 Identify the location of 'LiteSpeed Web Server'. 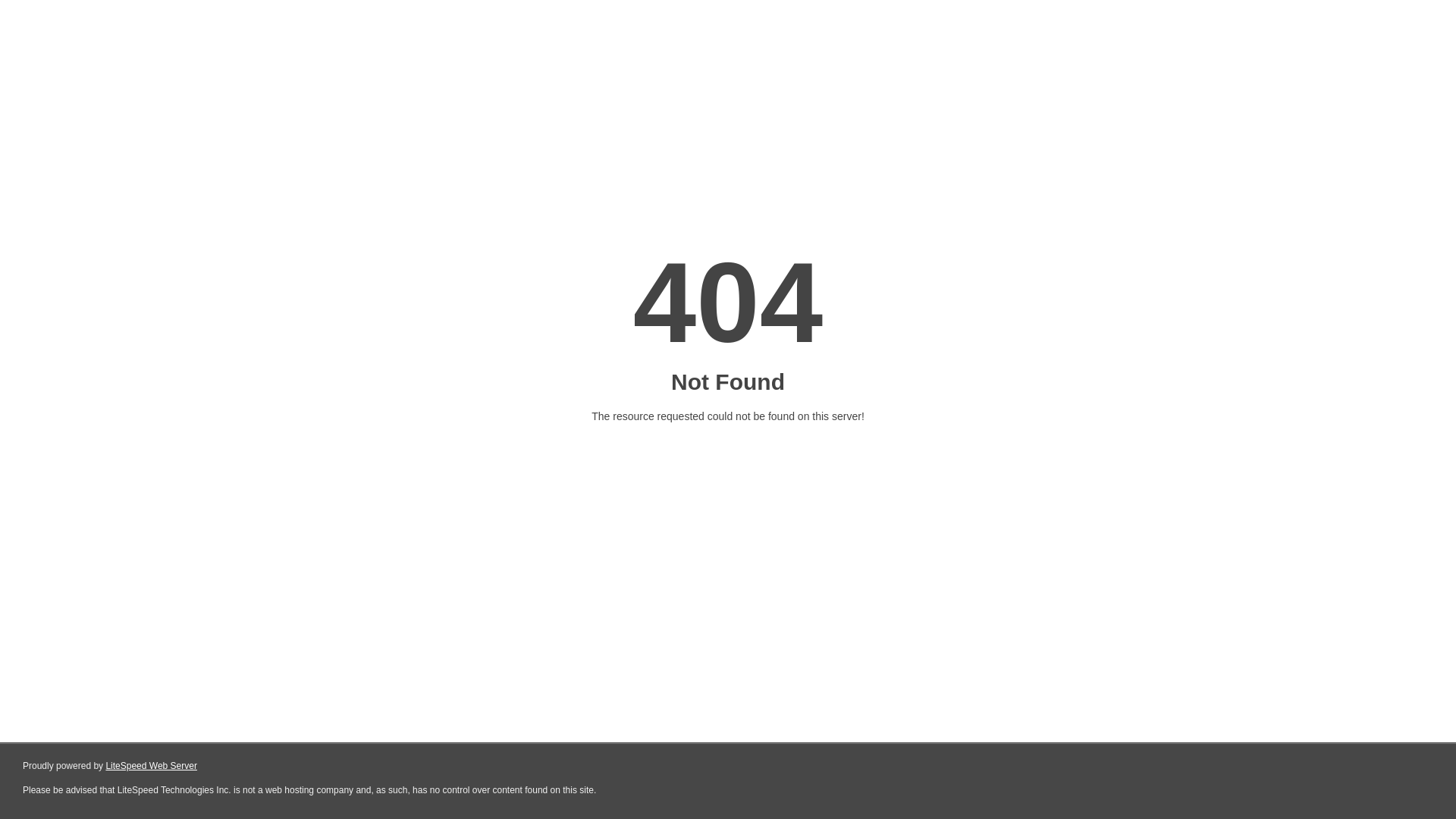
(151, 766).